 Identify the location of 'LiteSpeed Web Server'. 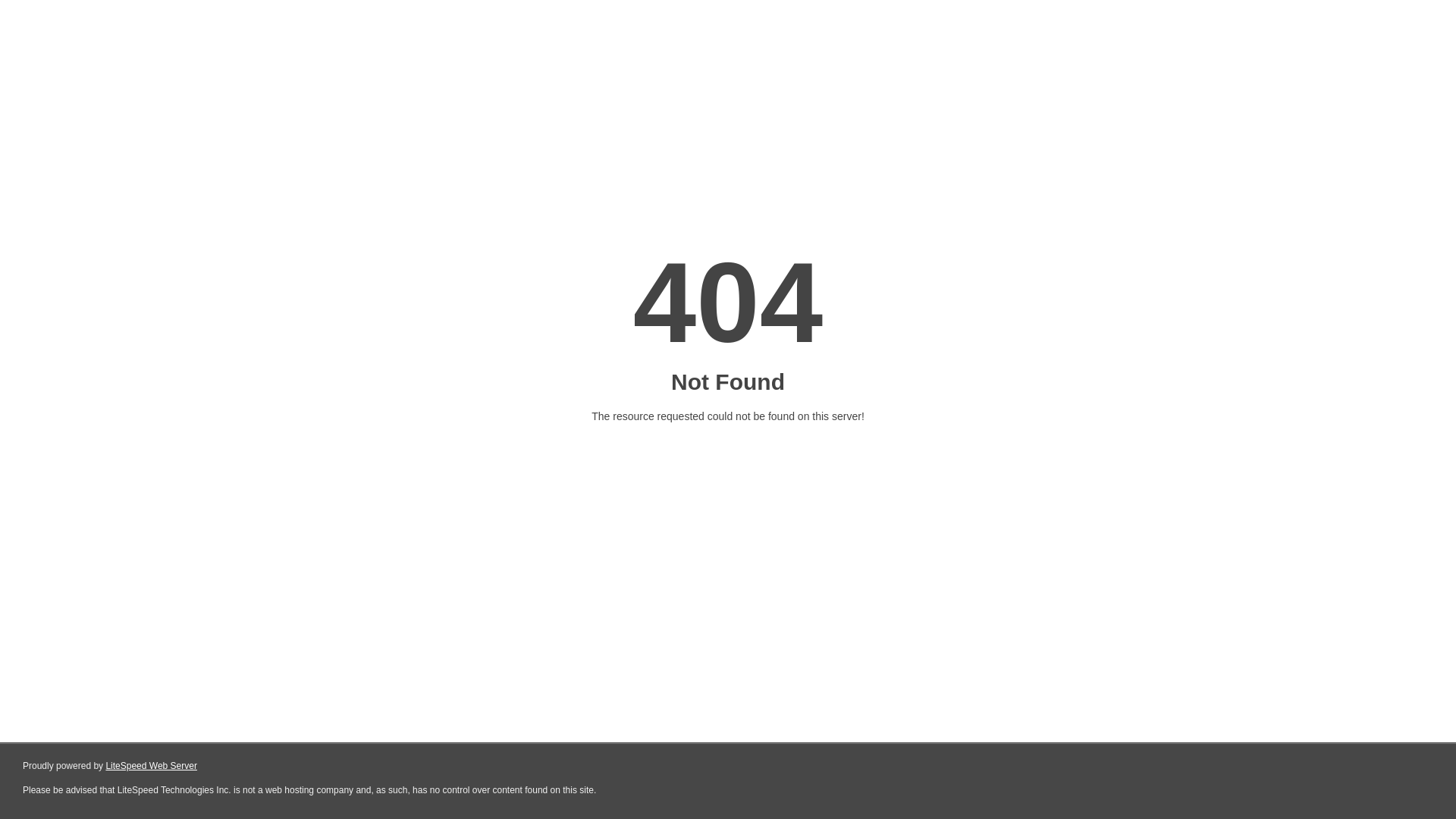
(151, 766).